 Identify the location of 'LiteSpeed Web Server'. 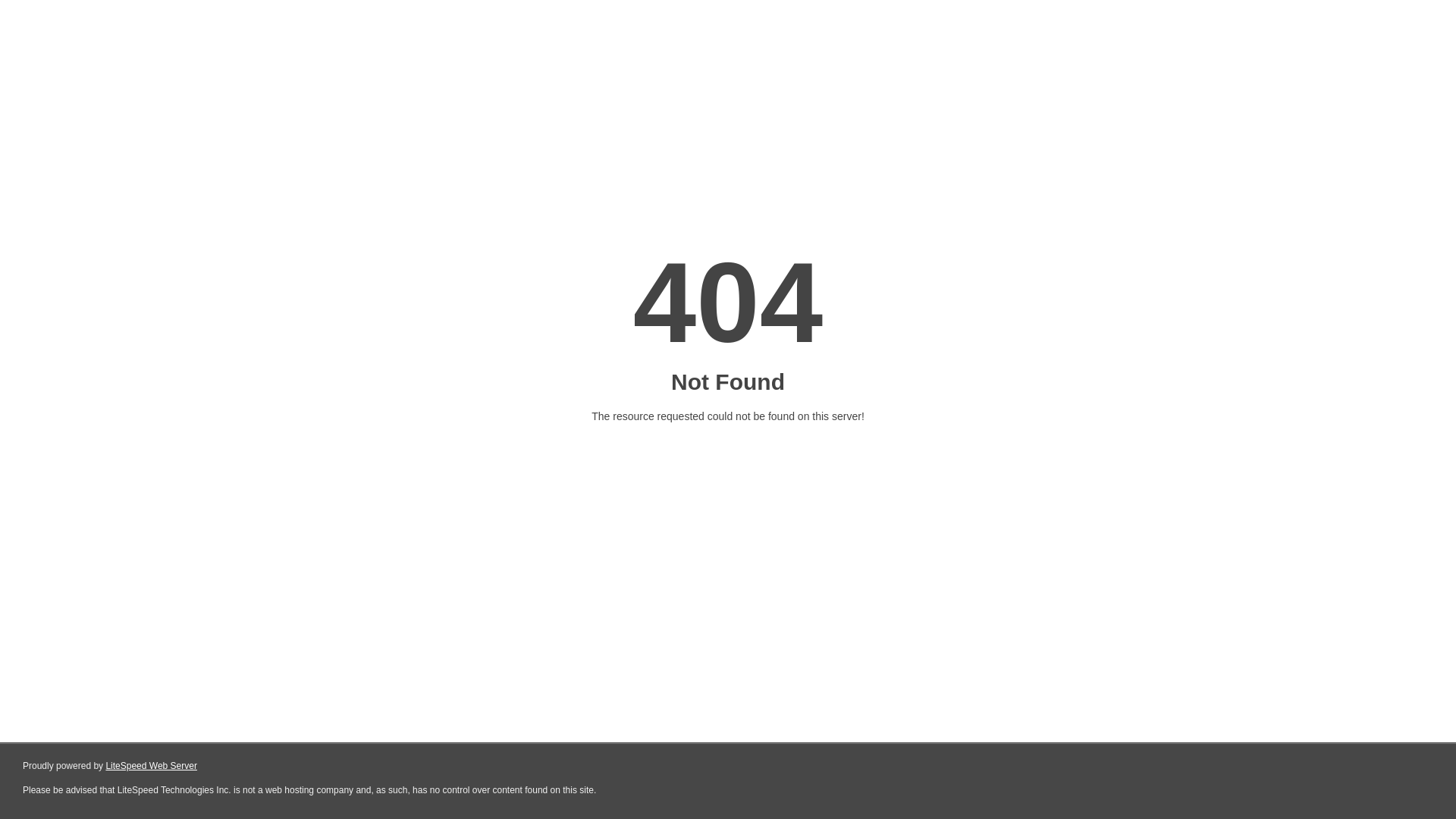
(151, 766).